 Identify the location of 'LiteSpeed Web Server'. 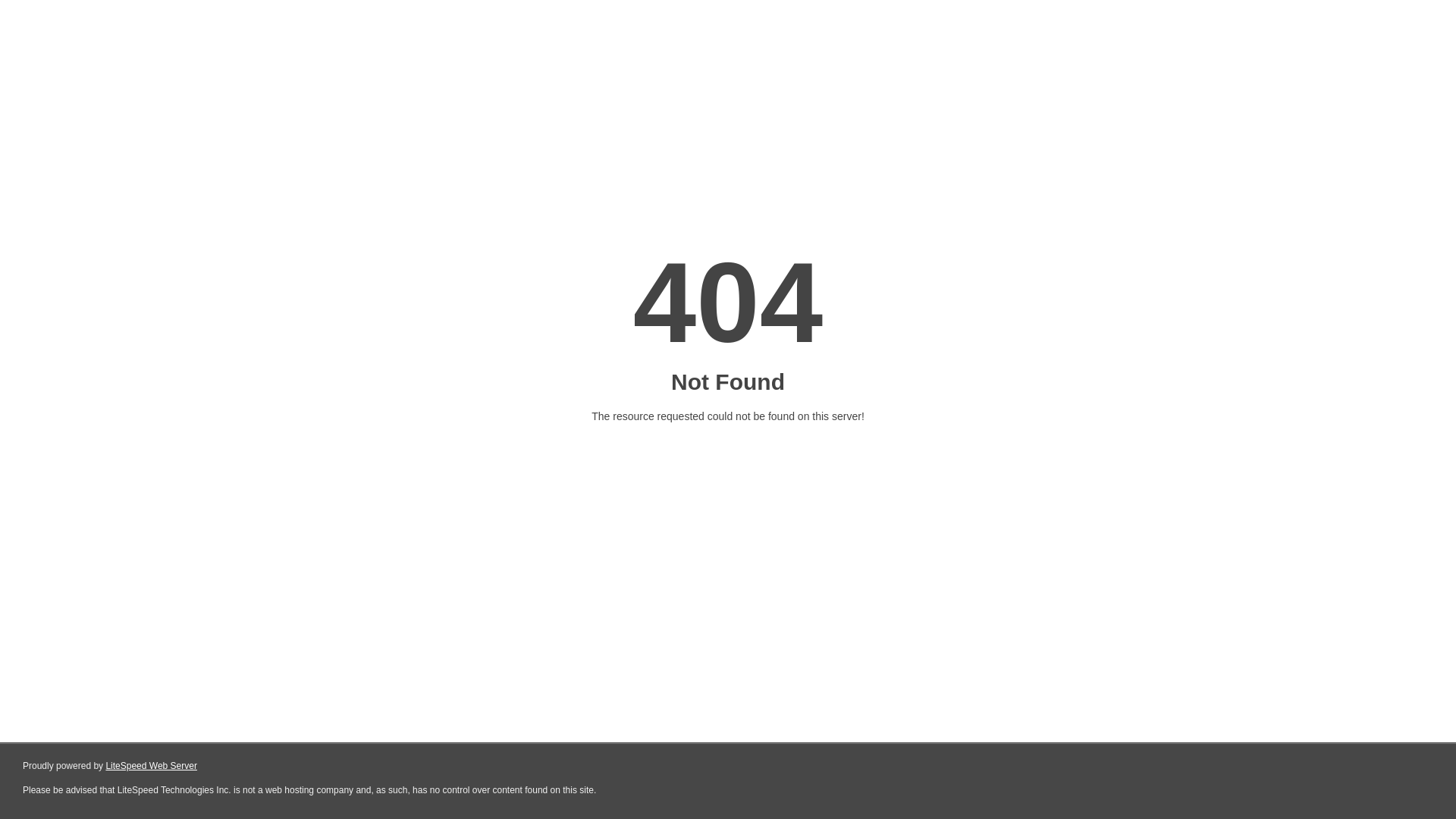
(151, 766).